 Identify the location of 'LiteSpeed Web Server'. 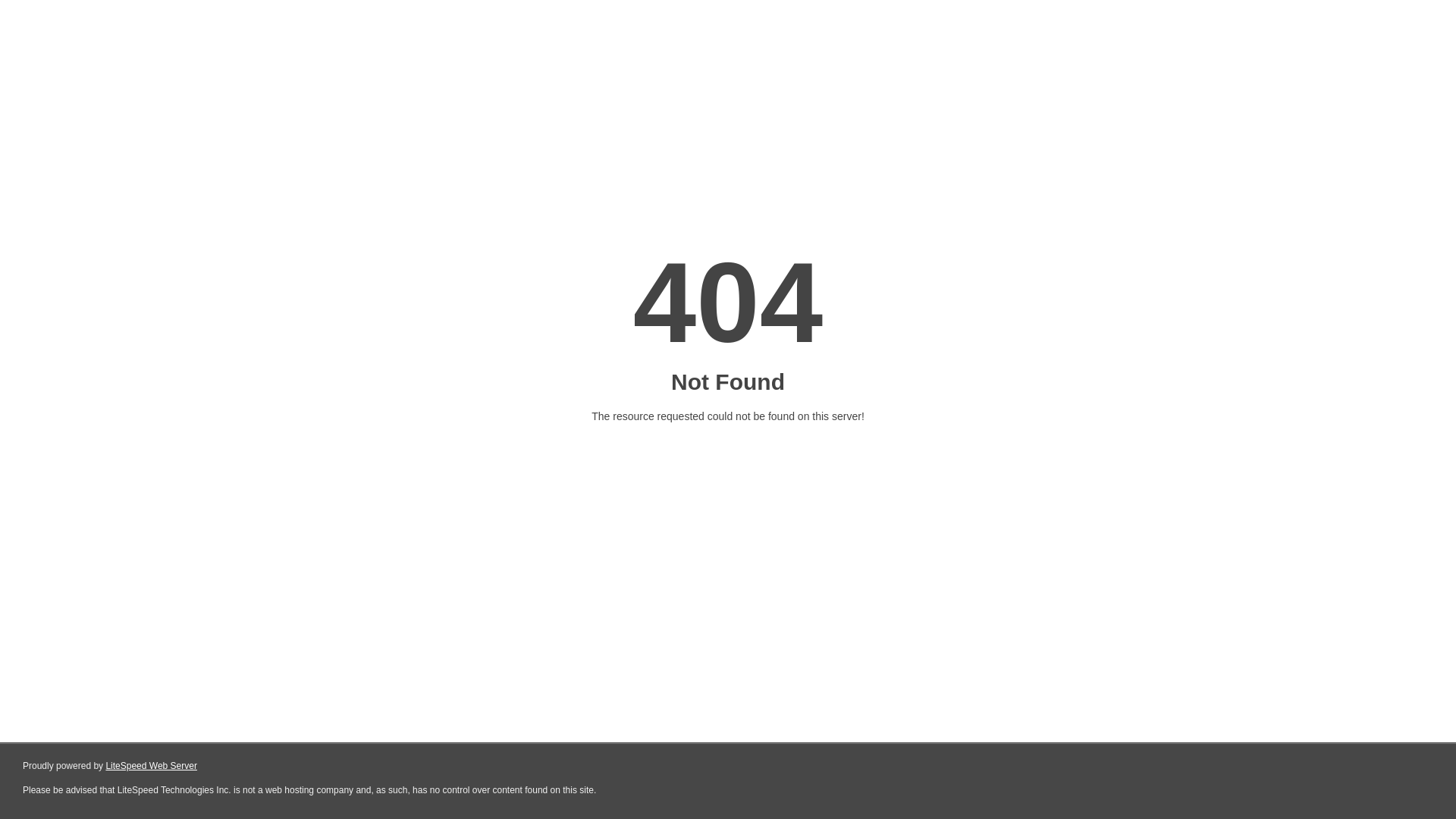
(151, 766).